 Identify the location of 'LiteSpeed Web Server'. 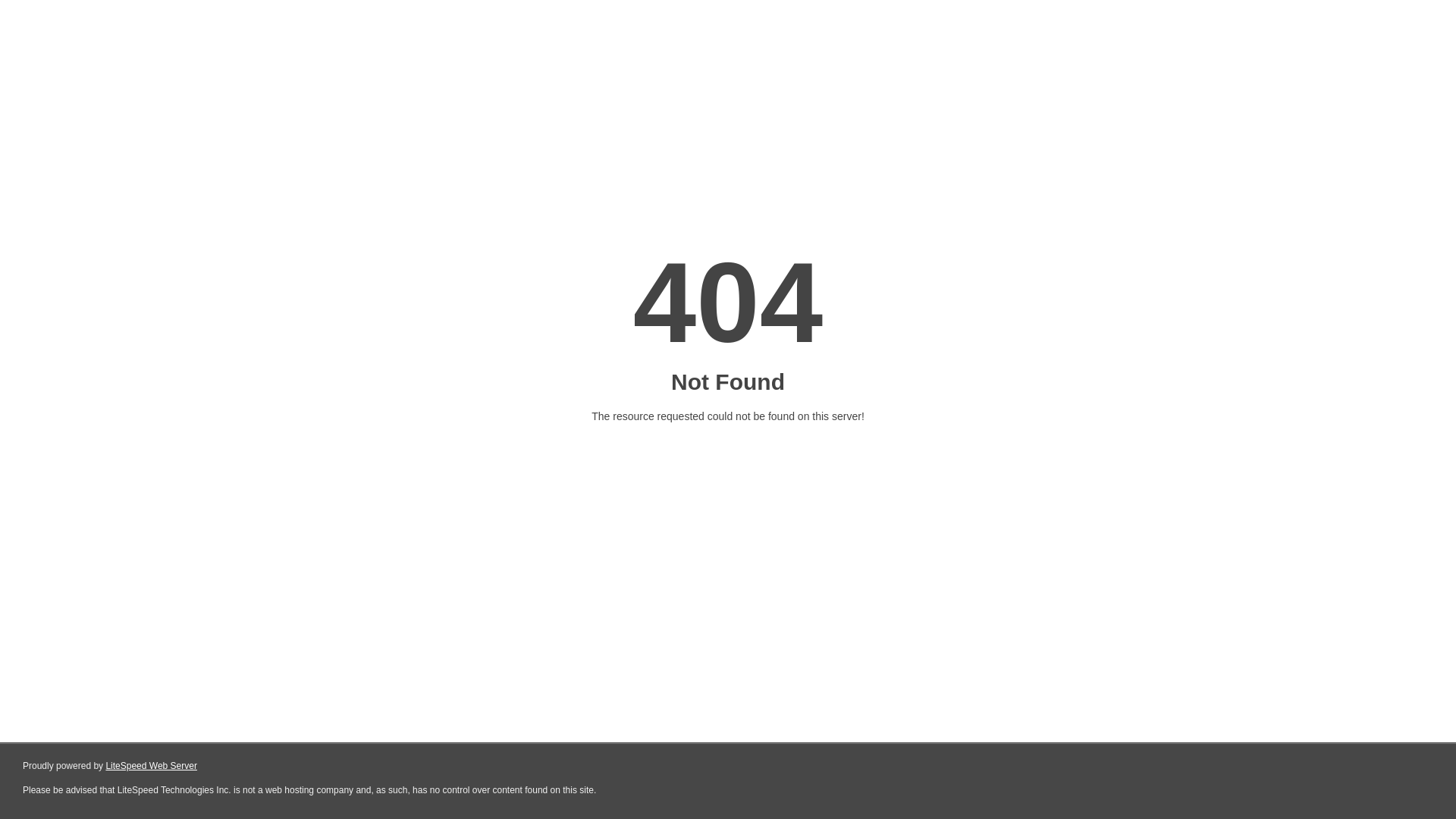
(151, 766).